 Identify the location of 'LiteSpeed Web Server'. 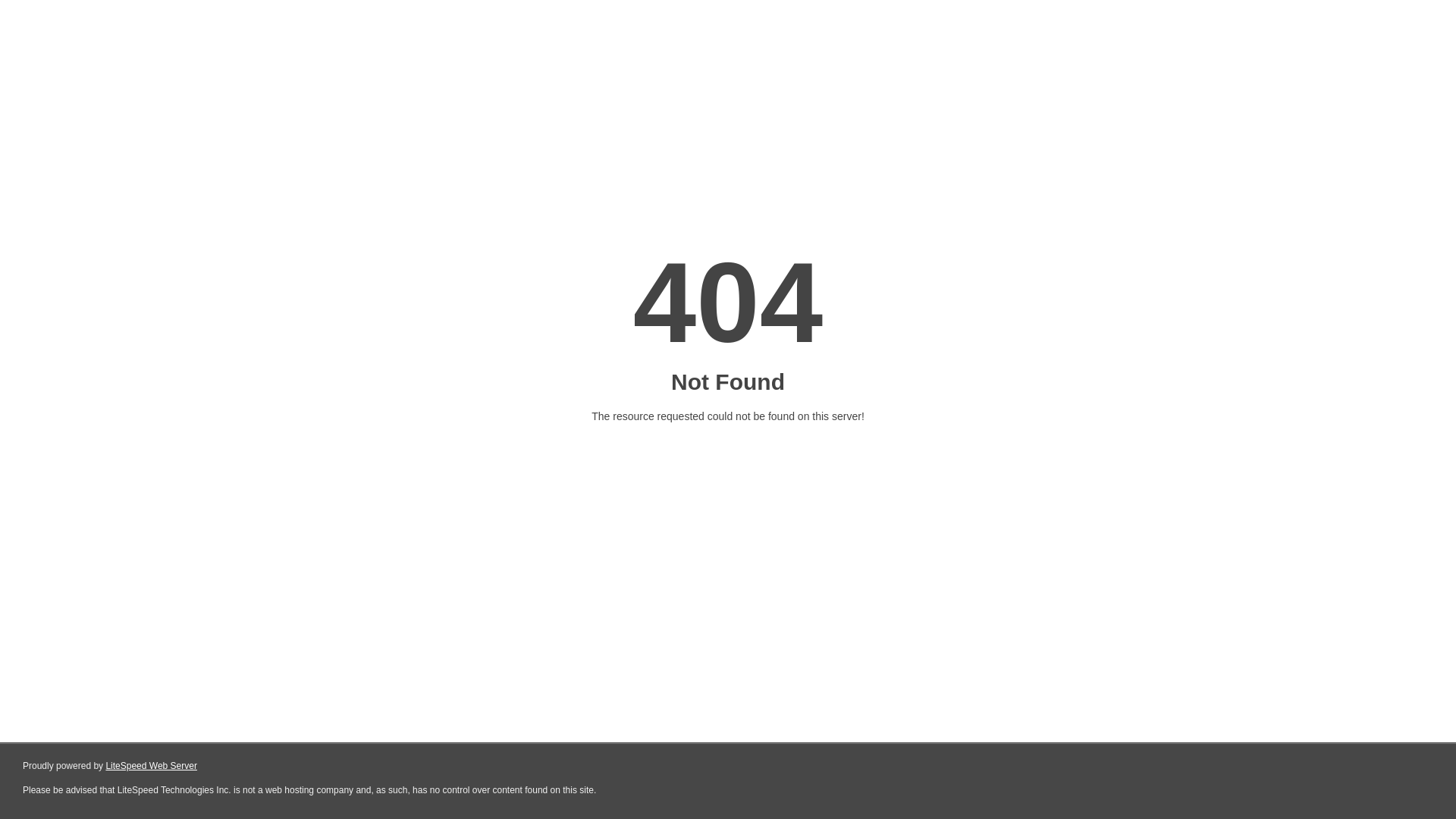
(151, 766).